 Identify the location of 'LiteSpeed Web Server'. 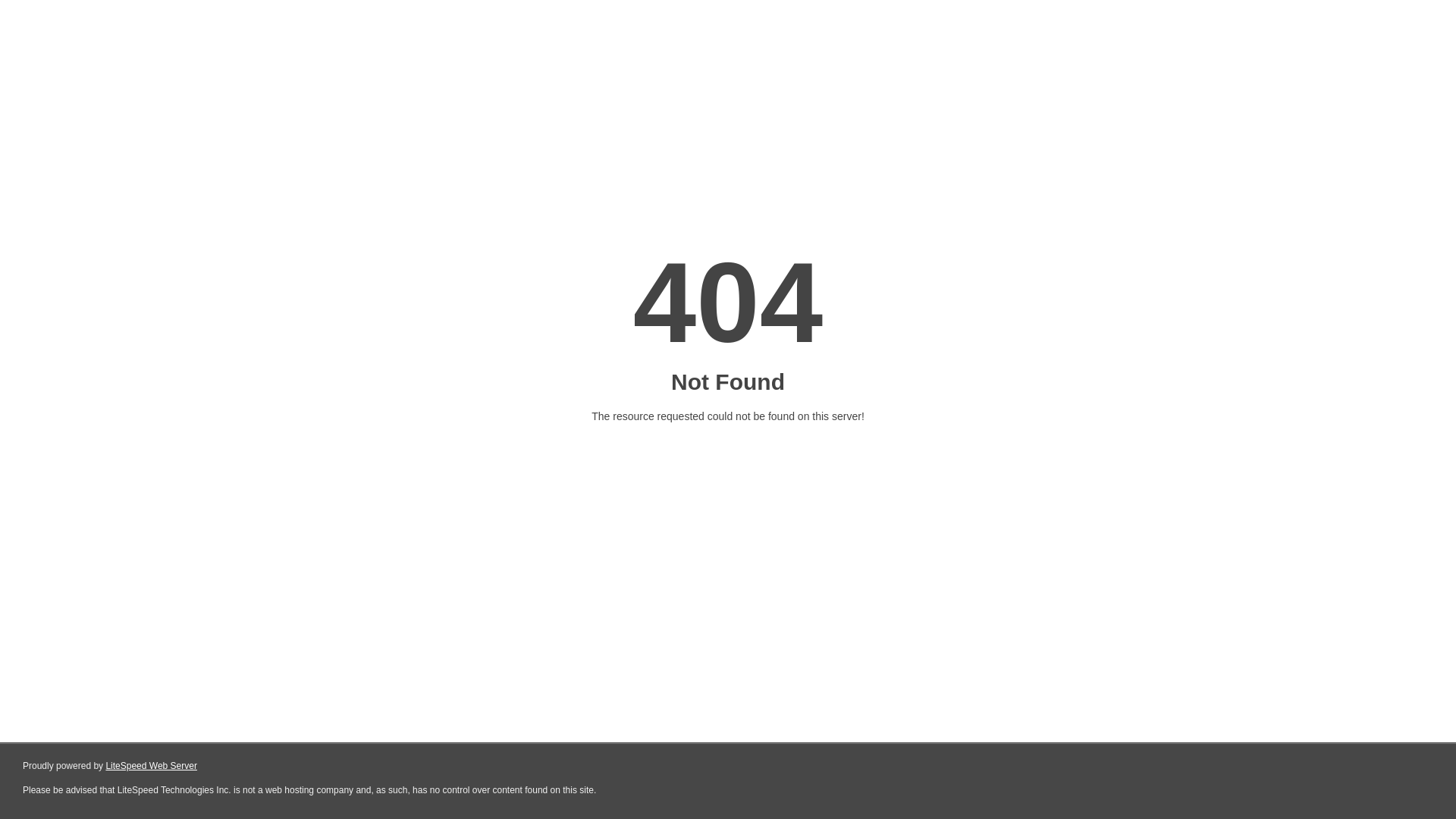
(151, 766).